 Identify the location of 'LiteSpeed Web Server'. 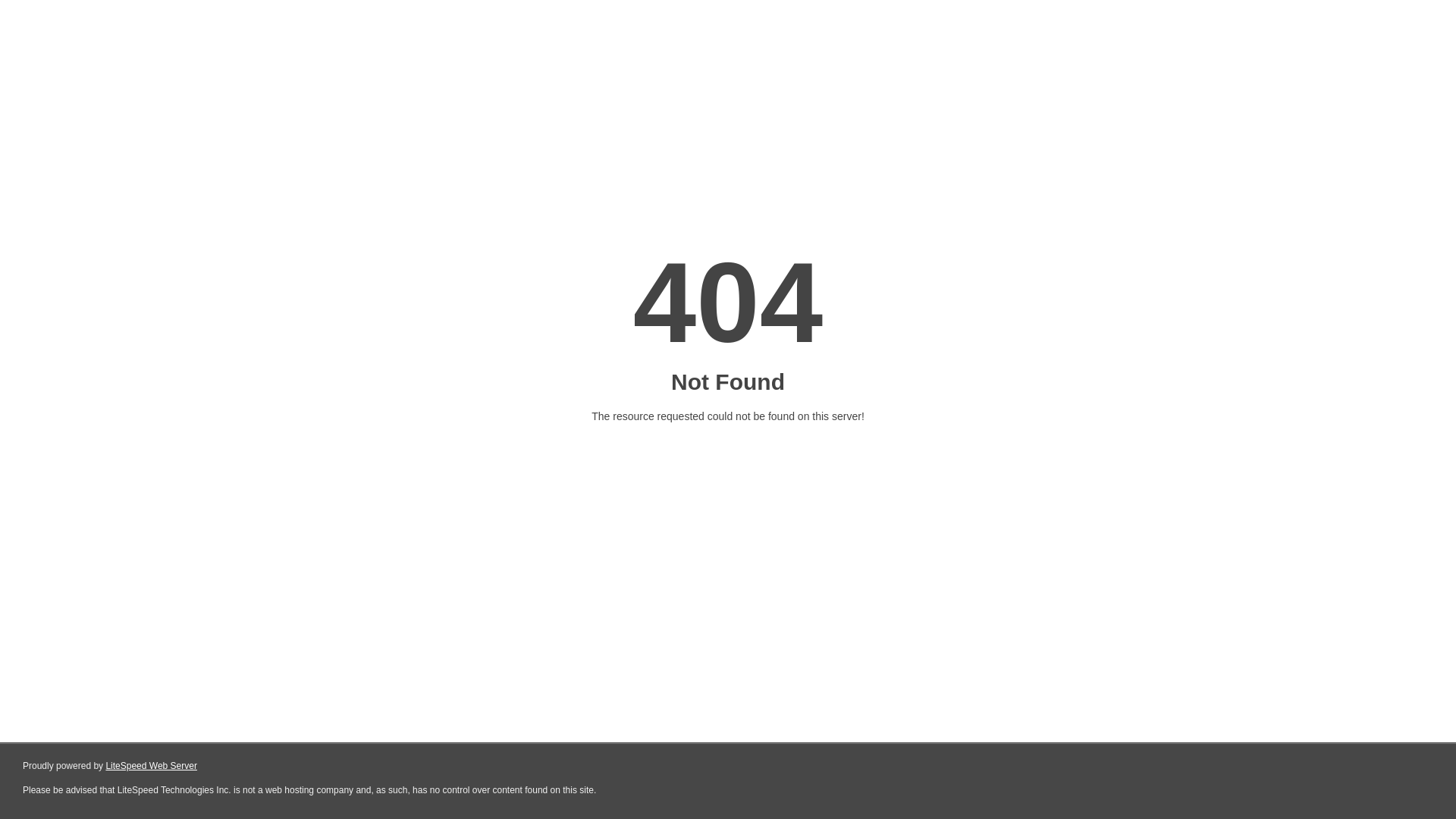
(151, 766).